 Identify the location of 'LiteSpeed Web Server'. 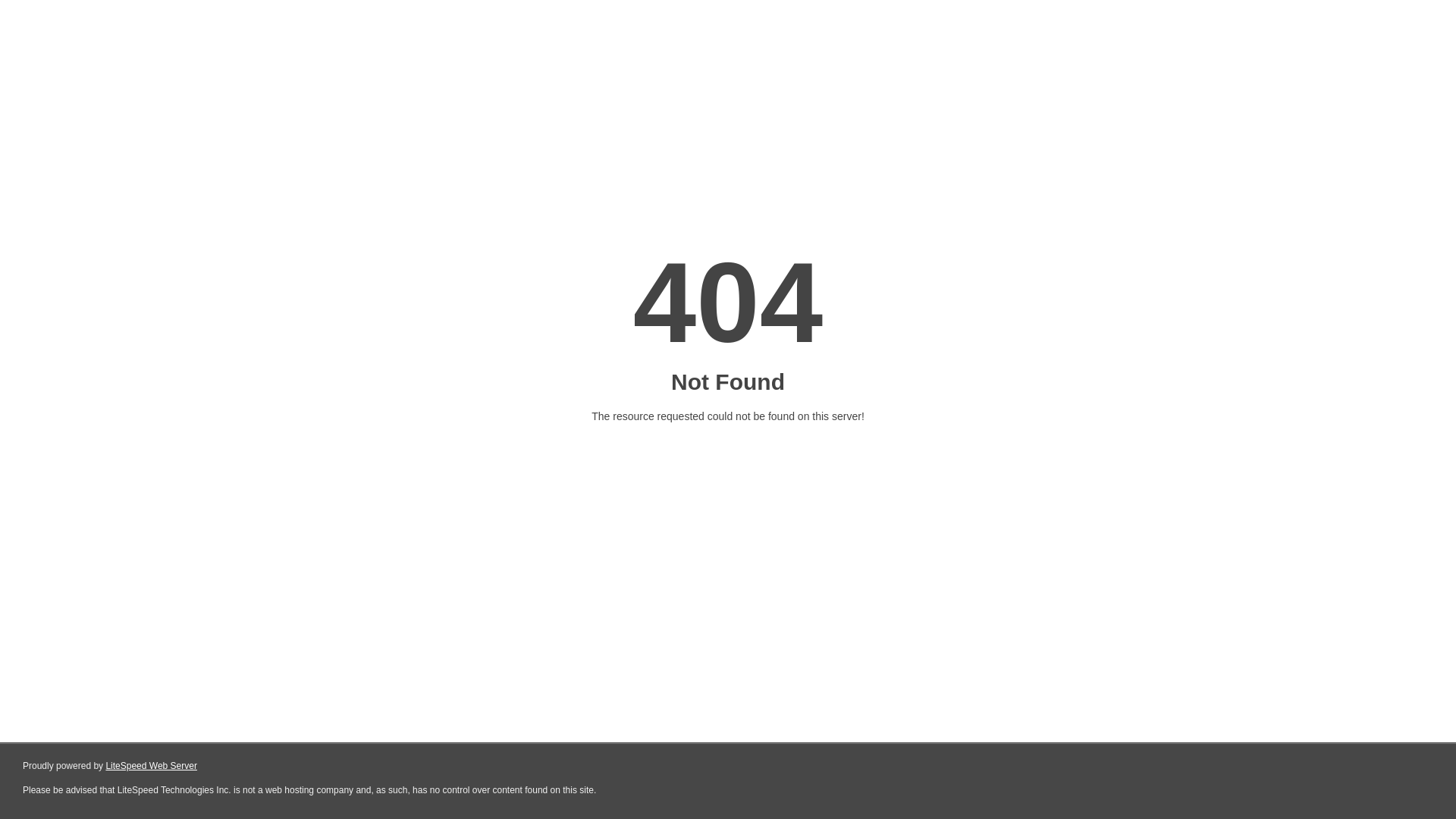
(151, 766).